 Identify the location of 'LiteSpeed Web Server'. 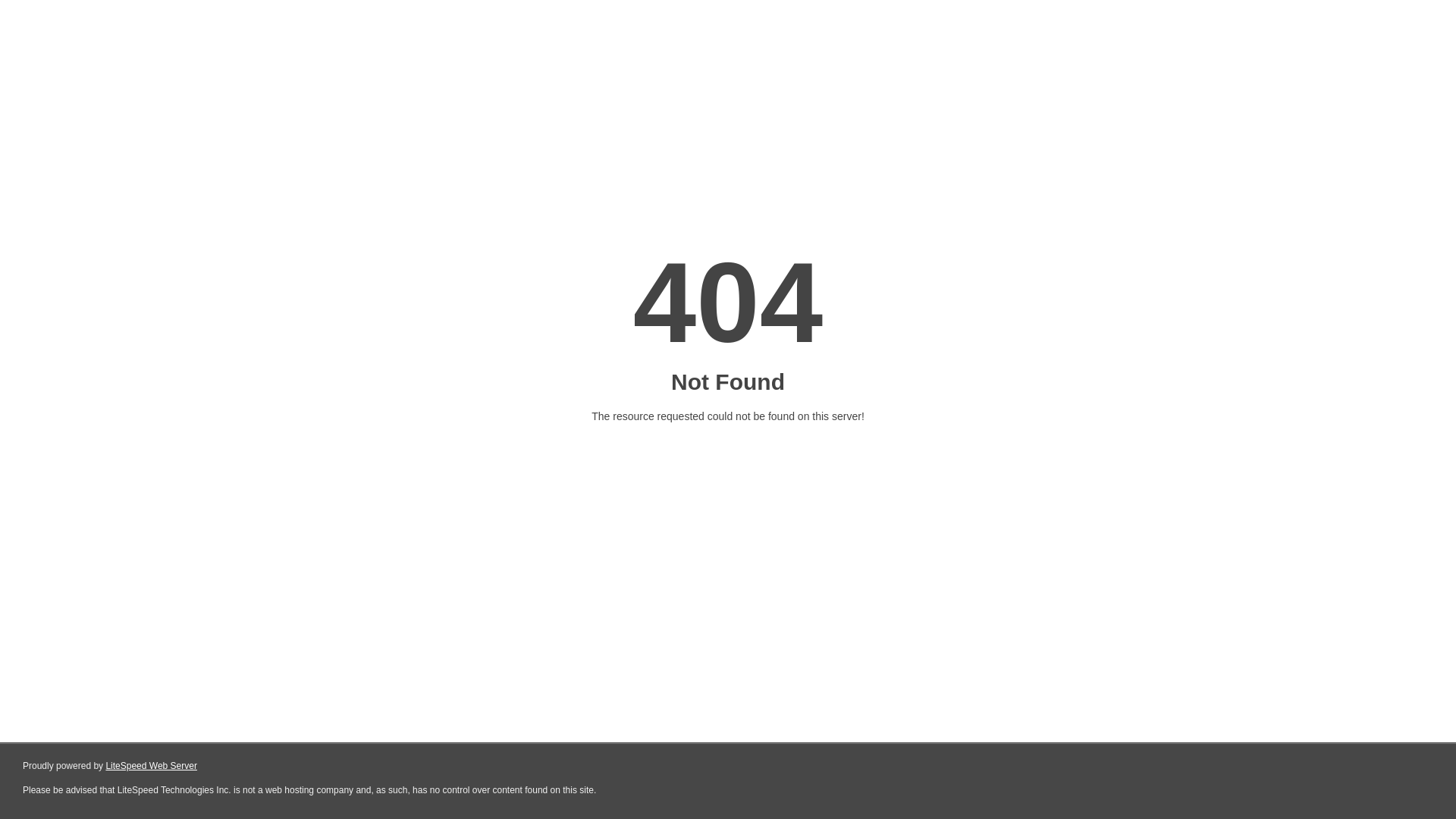
(151, 766).